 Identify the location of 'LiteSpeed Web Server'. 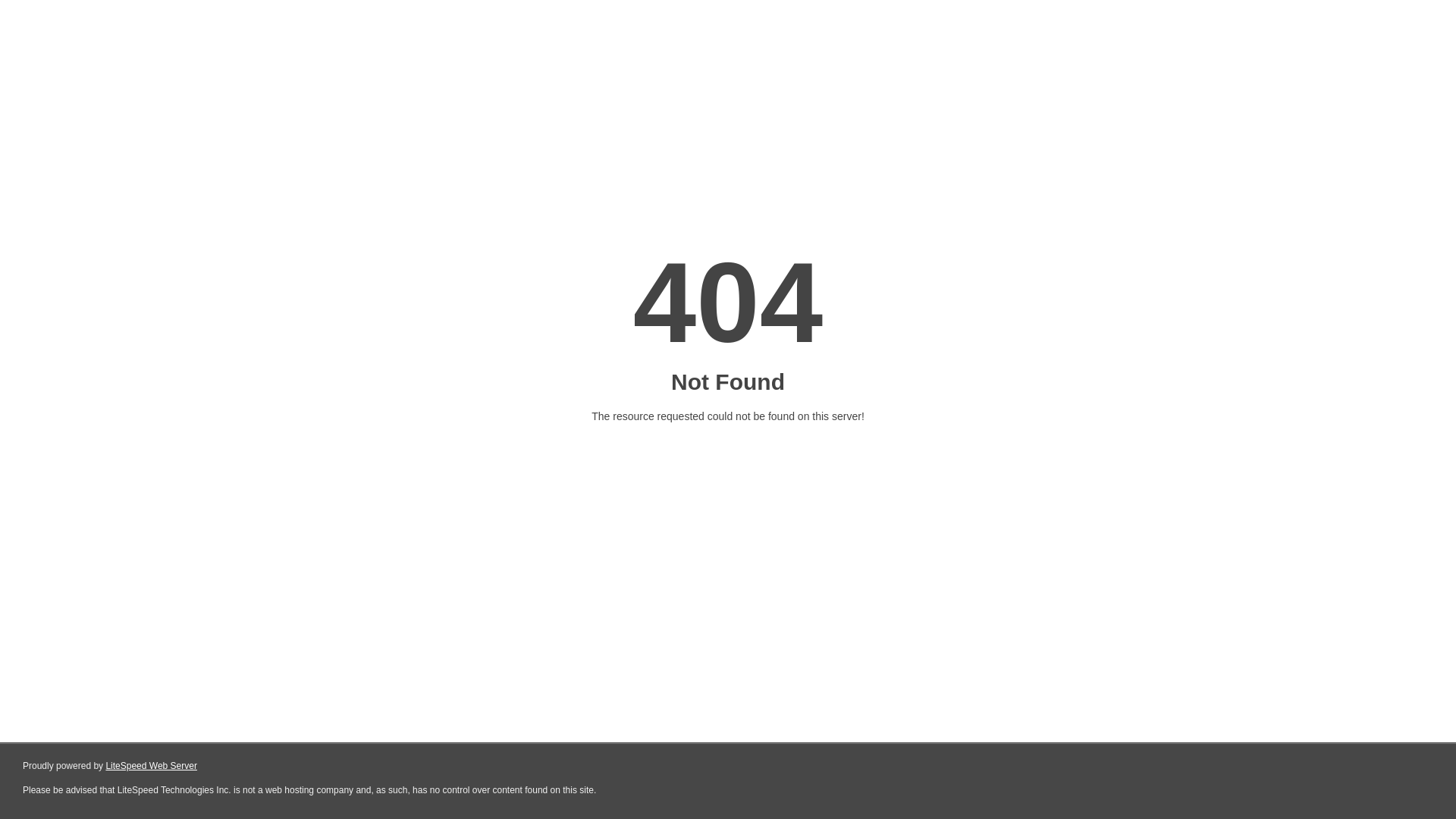
(151, 766).